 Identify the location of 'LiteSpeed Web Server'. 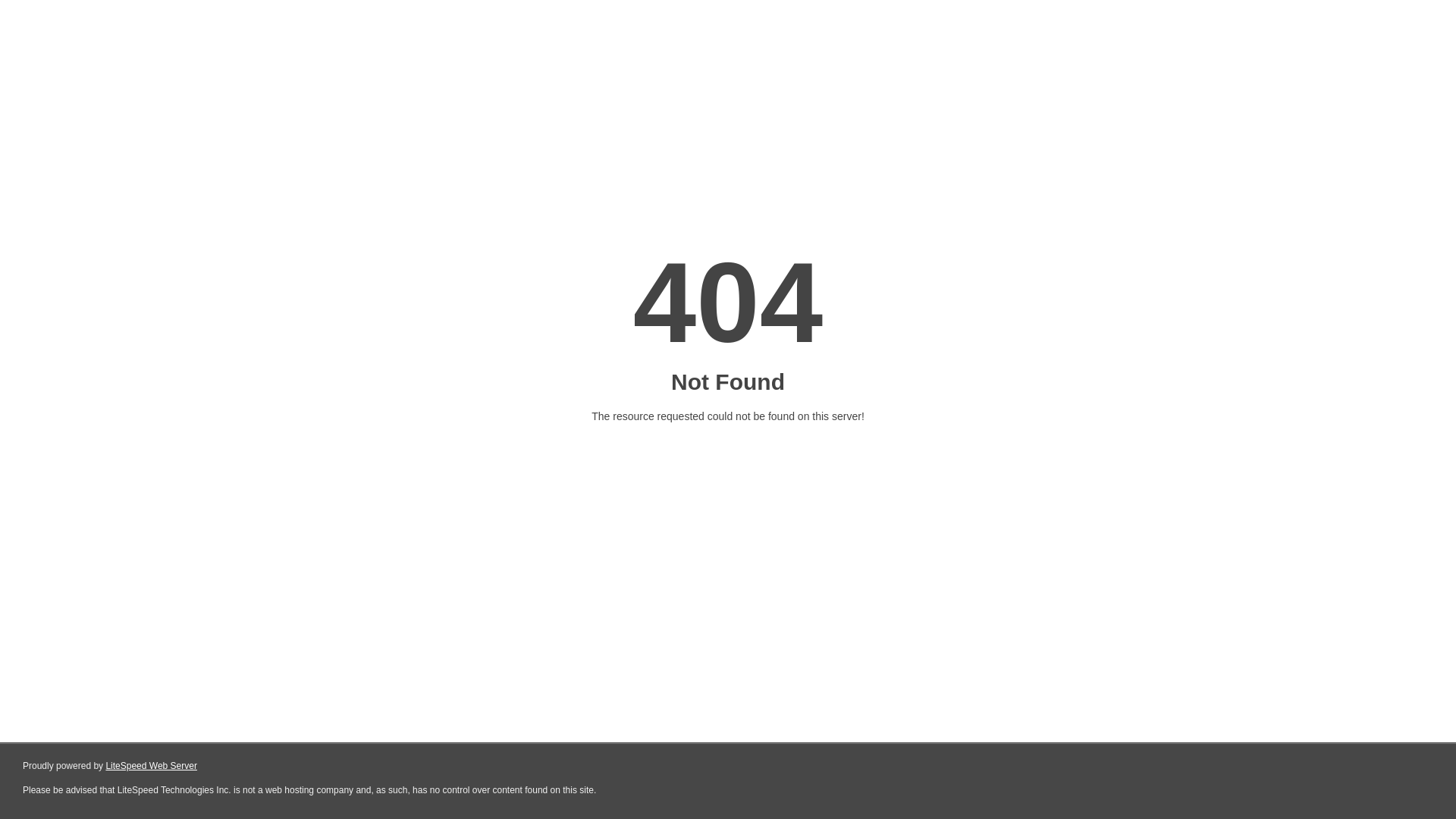
(151, 766).